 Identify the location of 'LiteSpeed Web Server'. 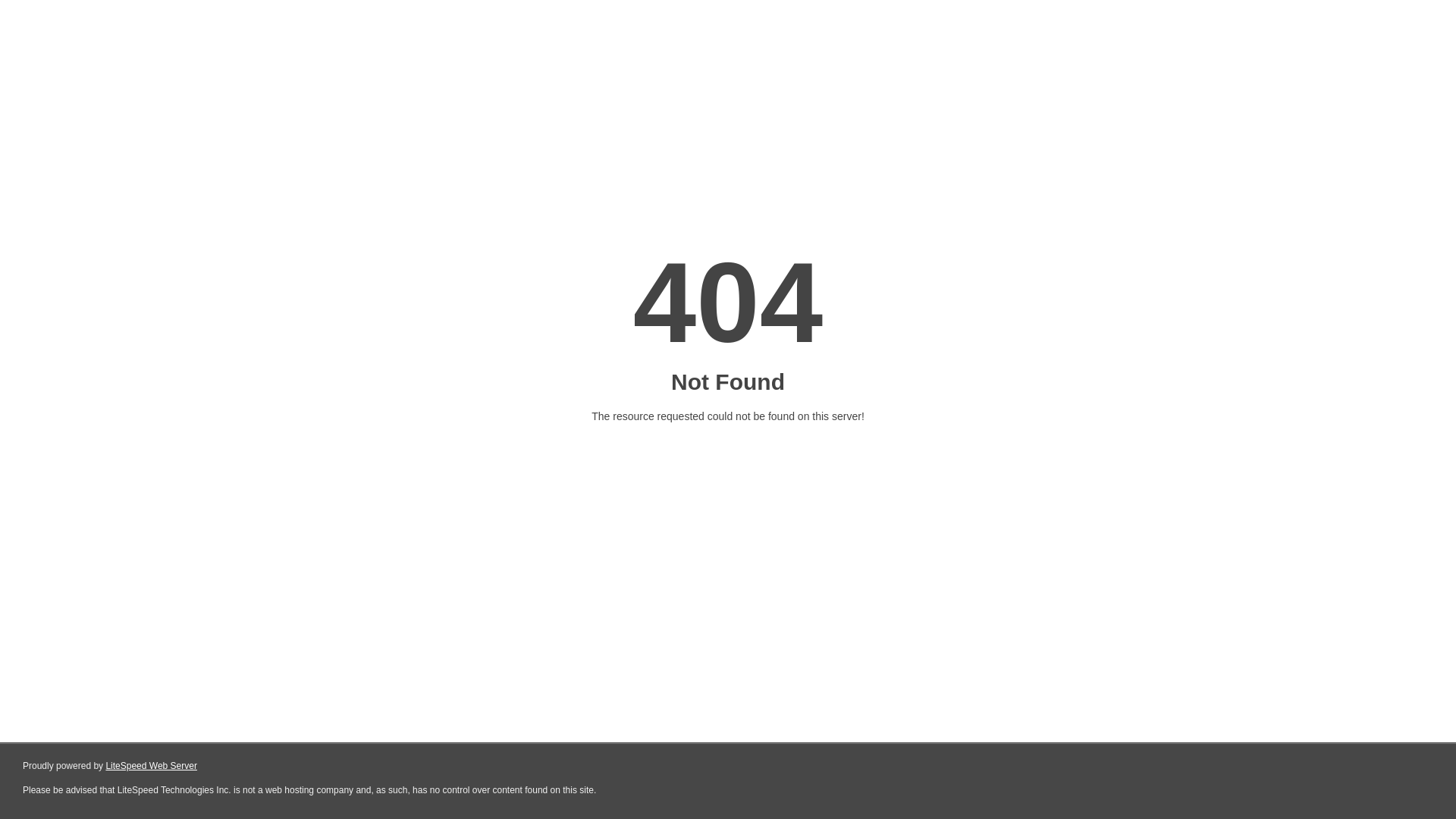
(151, 766).